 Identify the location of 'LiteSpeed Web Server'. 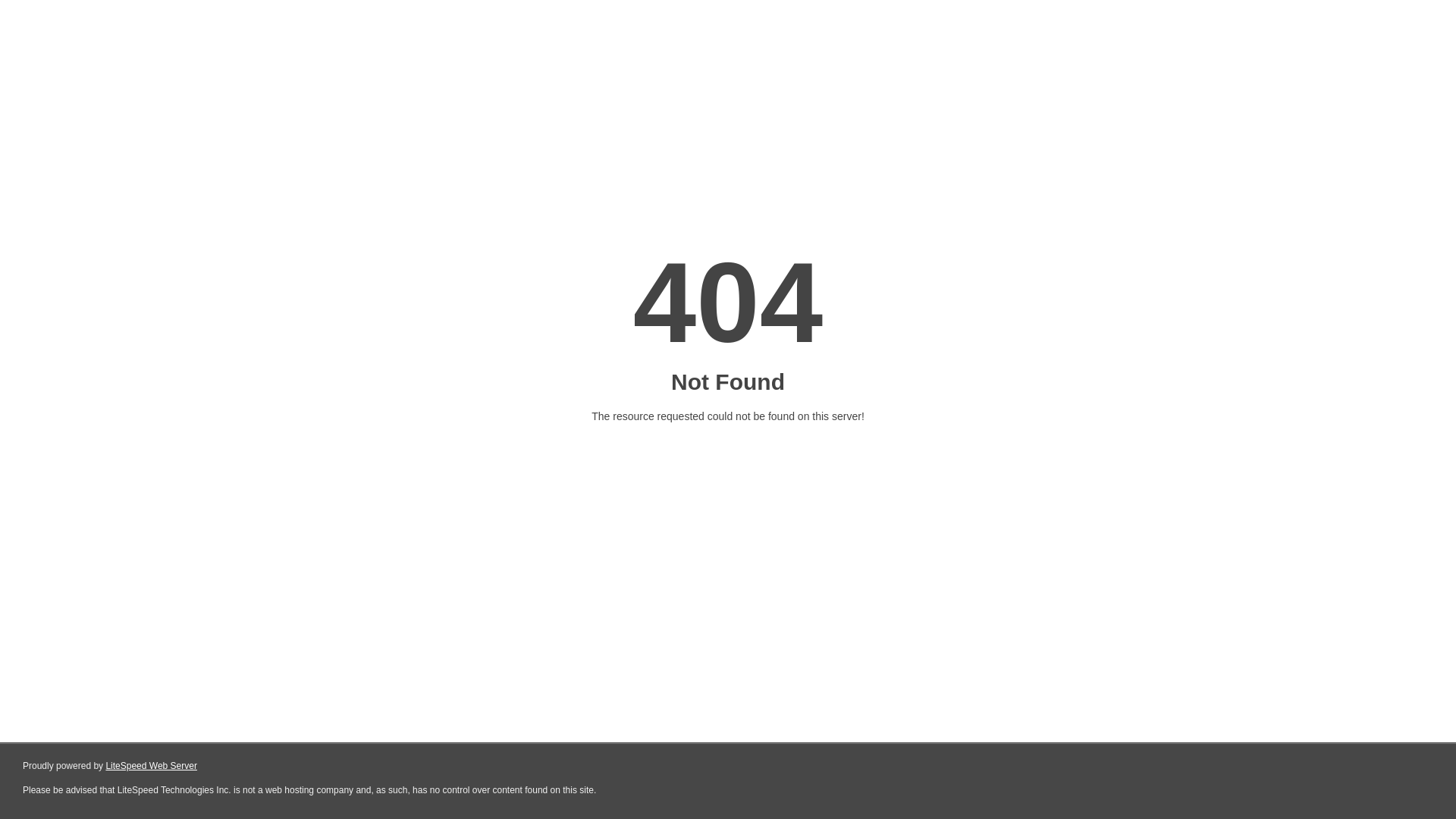
(151, 766).